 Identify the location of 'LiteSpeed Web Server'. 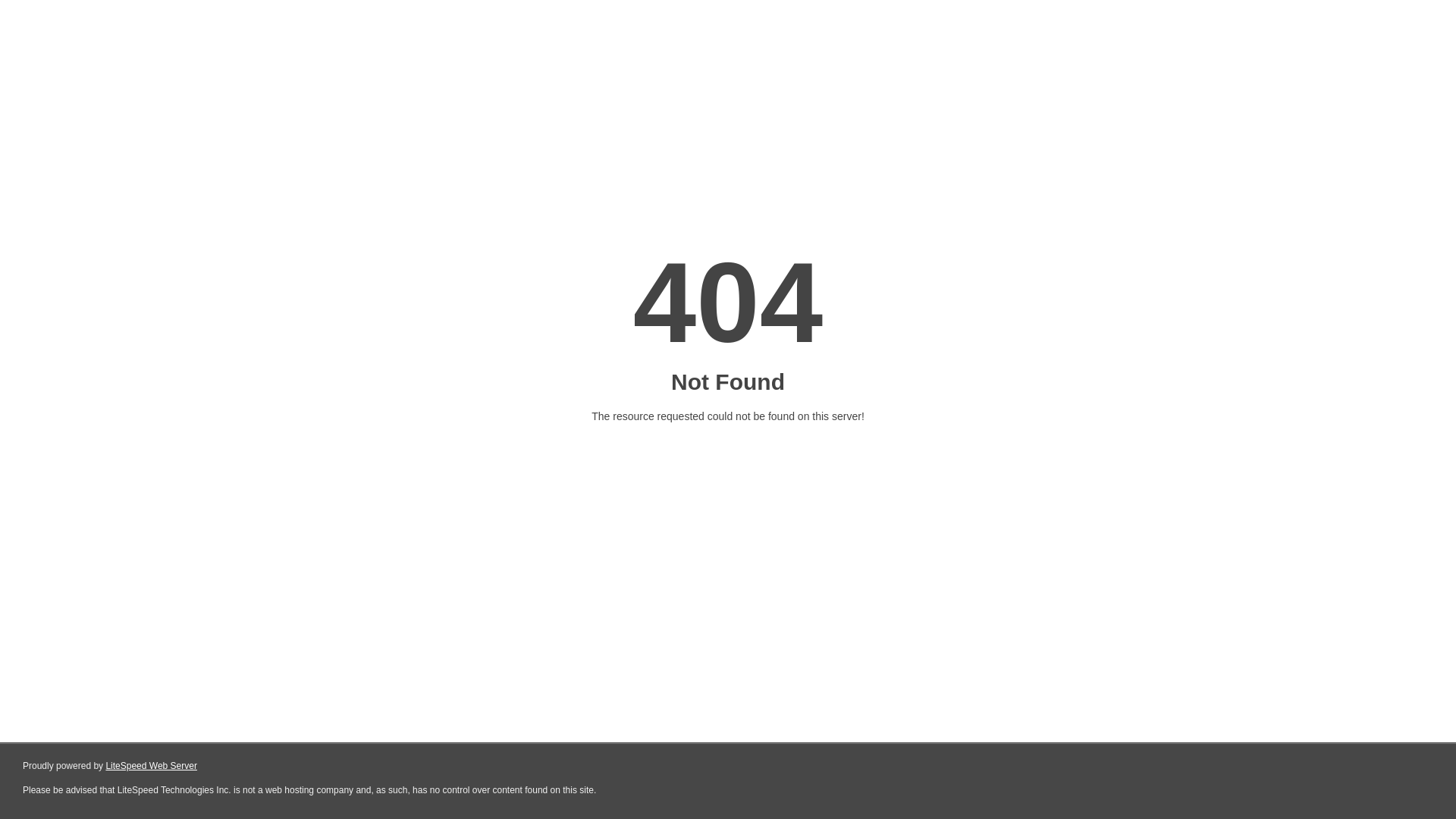
(151, 766).